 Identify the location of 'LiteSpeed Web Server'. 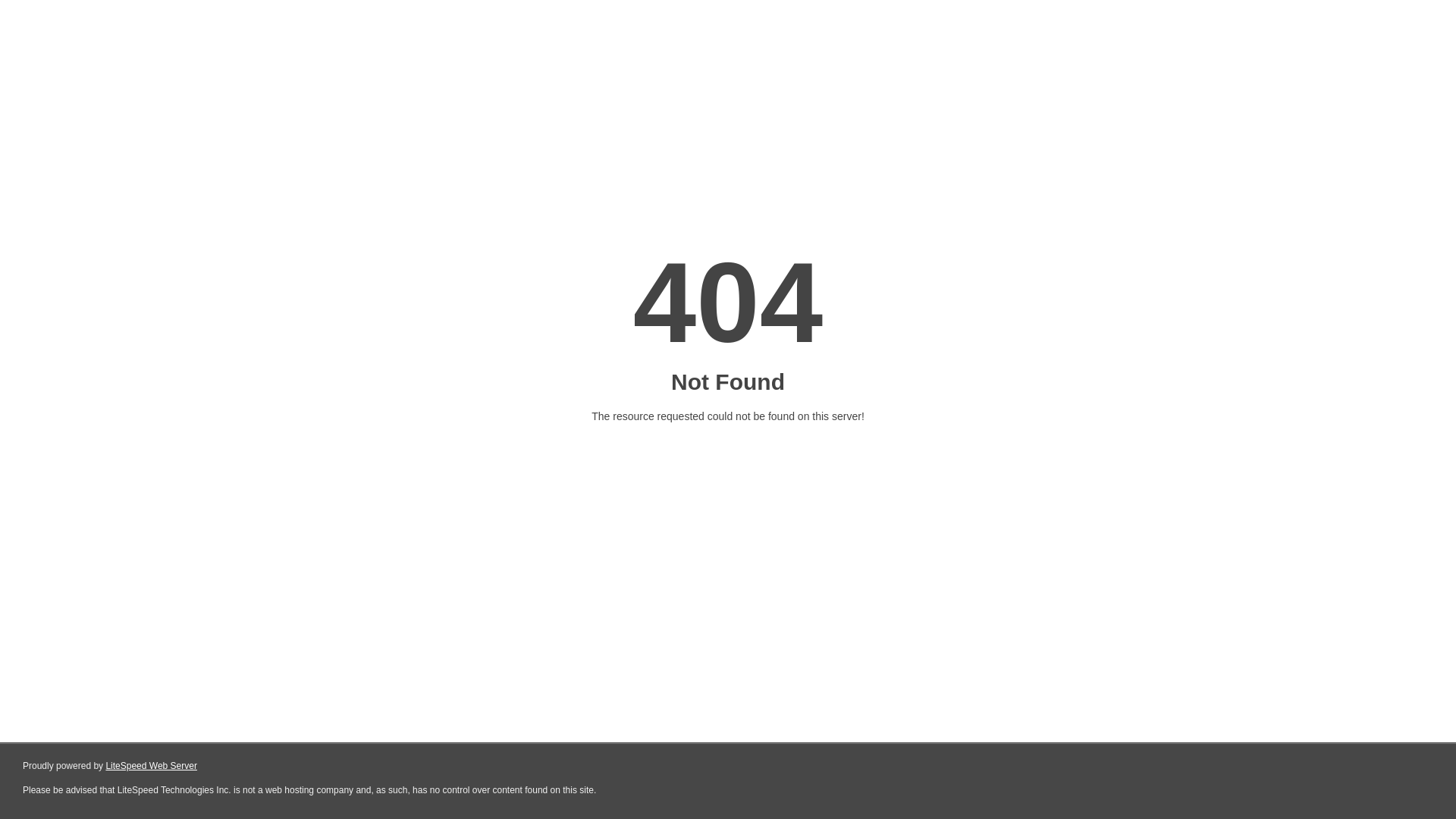
(151, 766).